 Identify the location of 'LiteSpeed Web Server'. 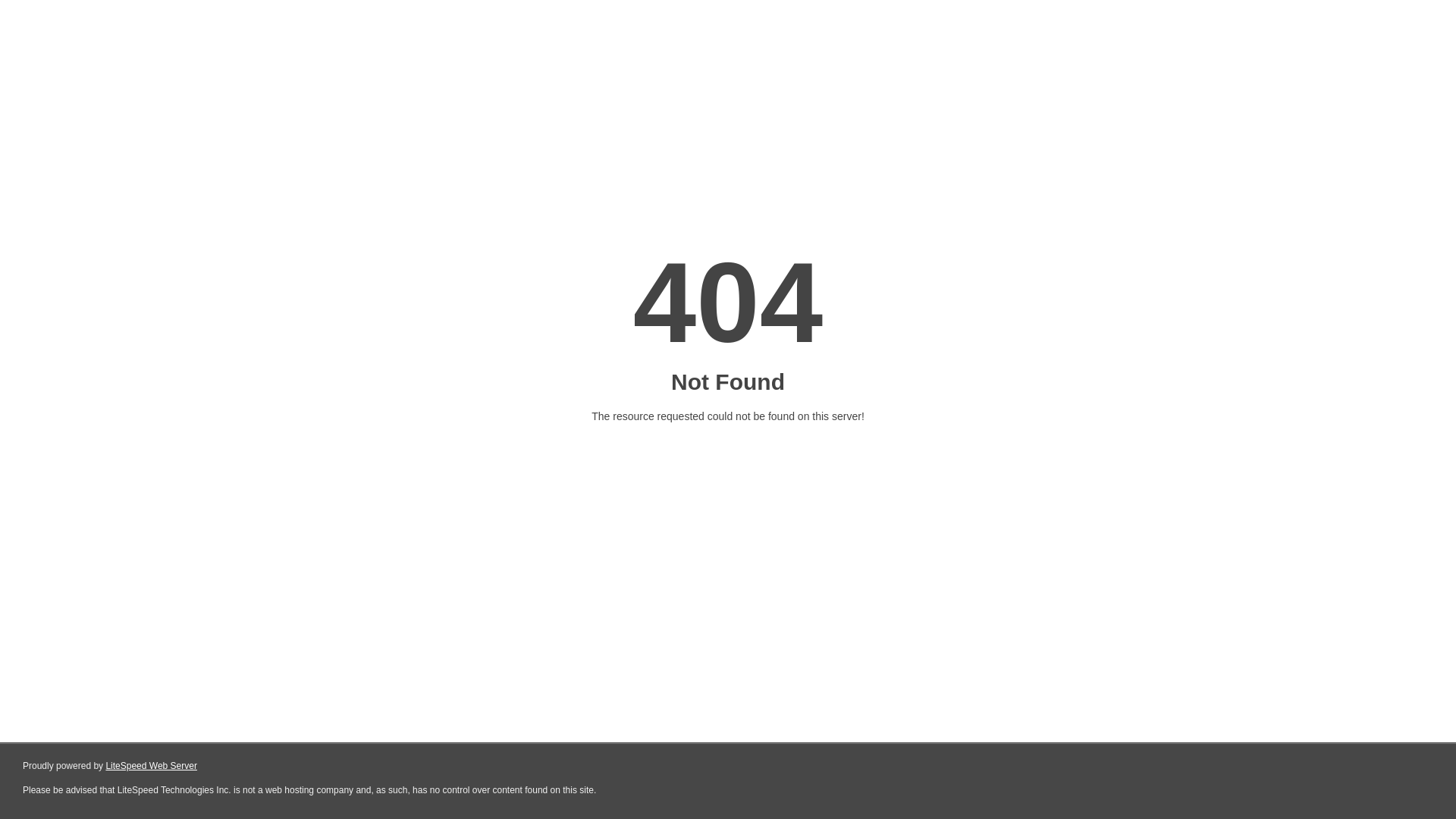
(151, 766).